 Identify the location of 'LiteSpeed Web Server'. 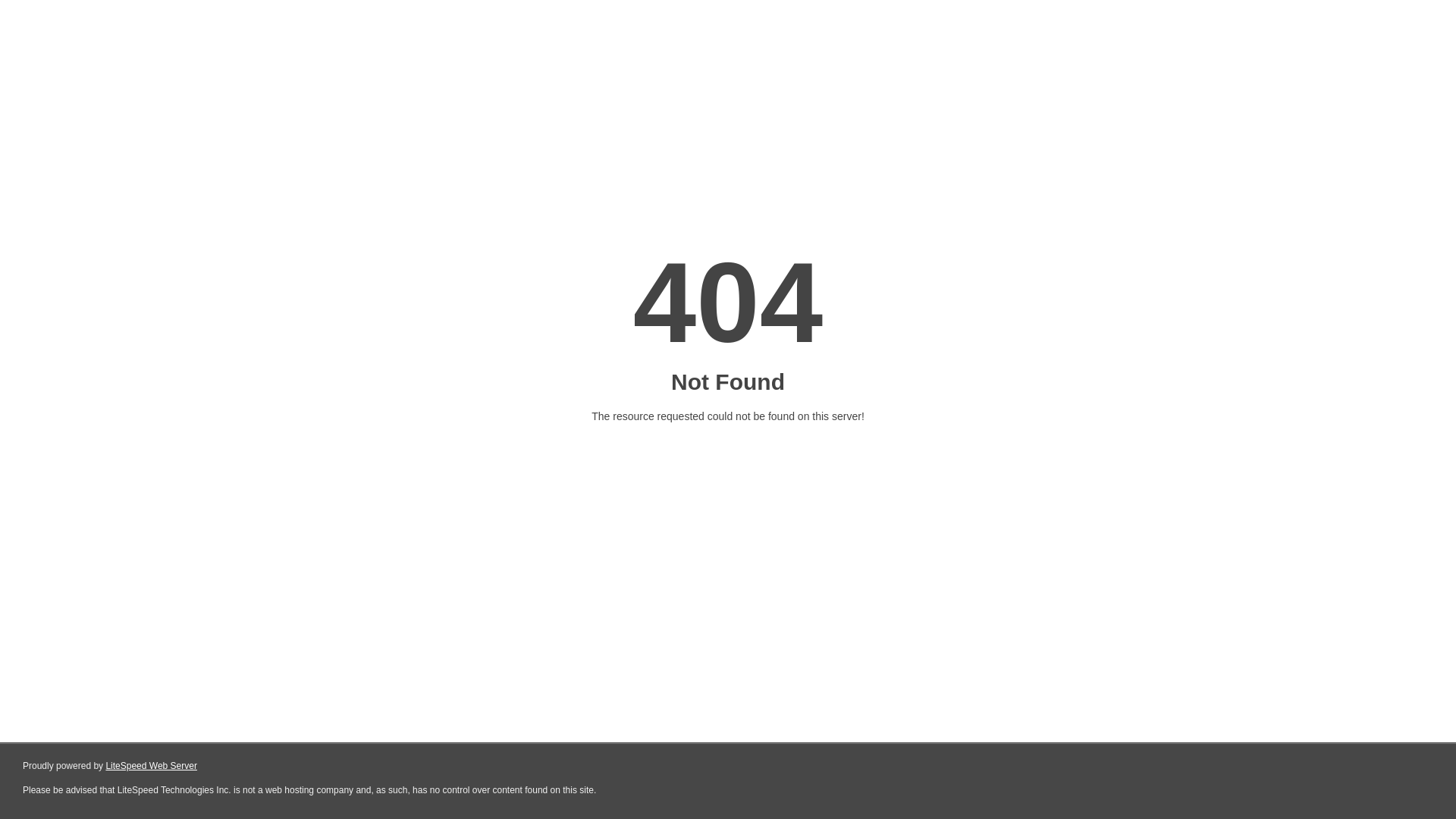
(151, 766).